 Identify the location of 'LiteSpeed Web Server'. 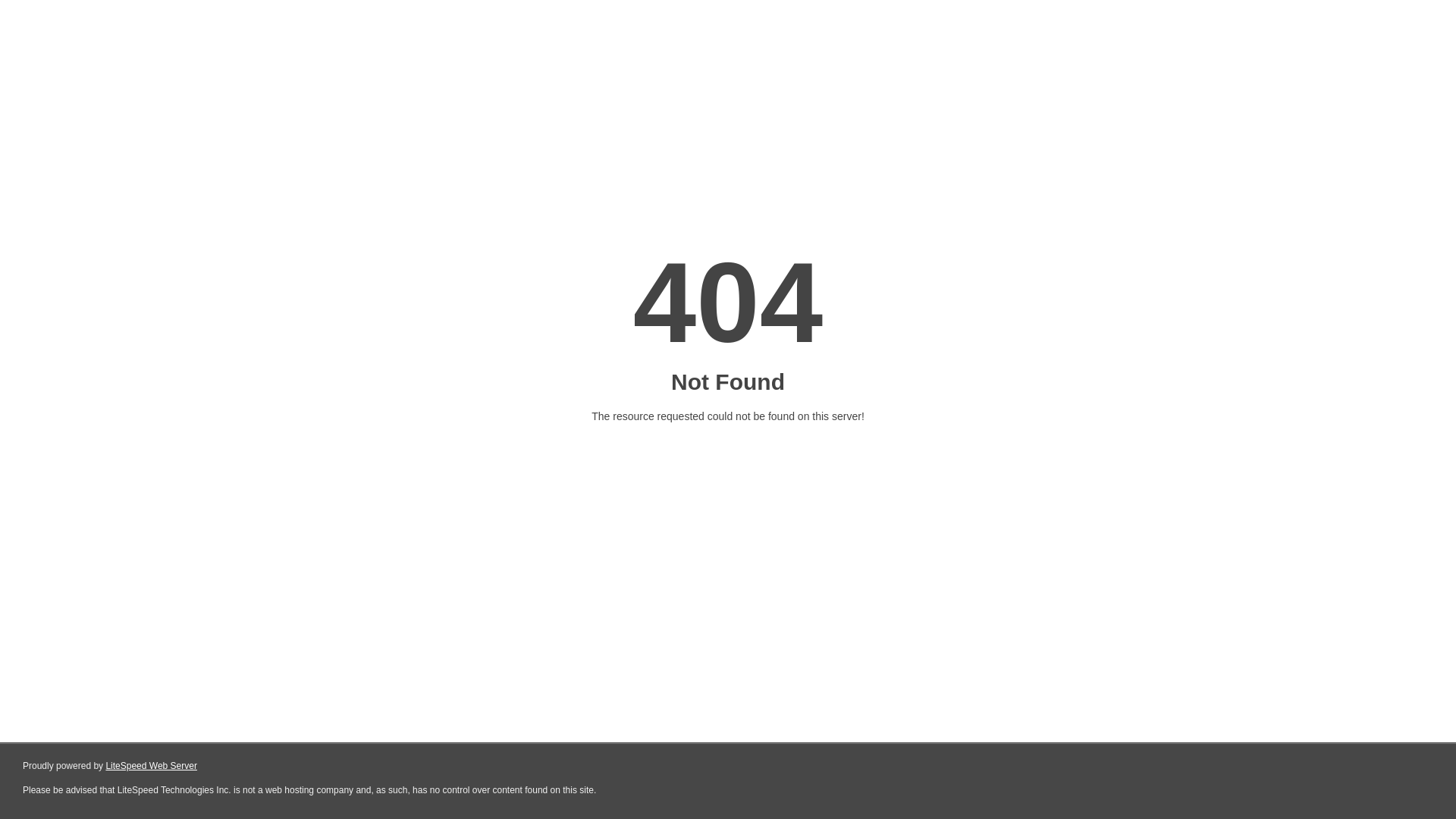
(151, 766).